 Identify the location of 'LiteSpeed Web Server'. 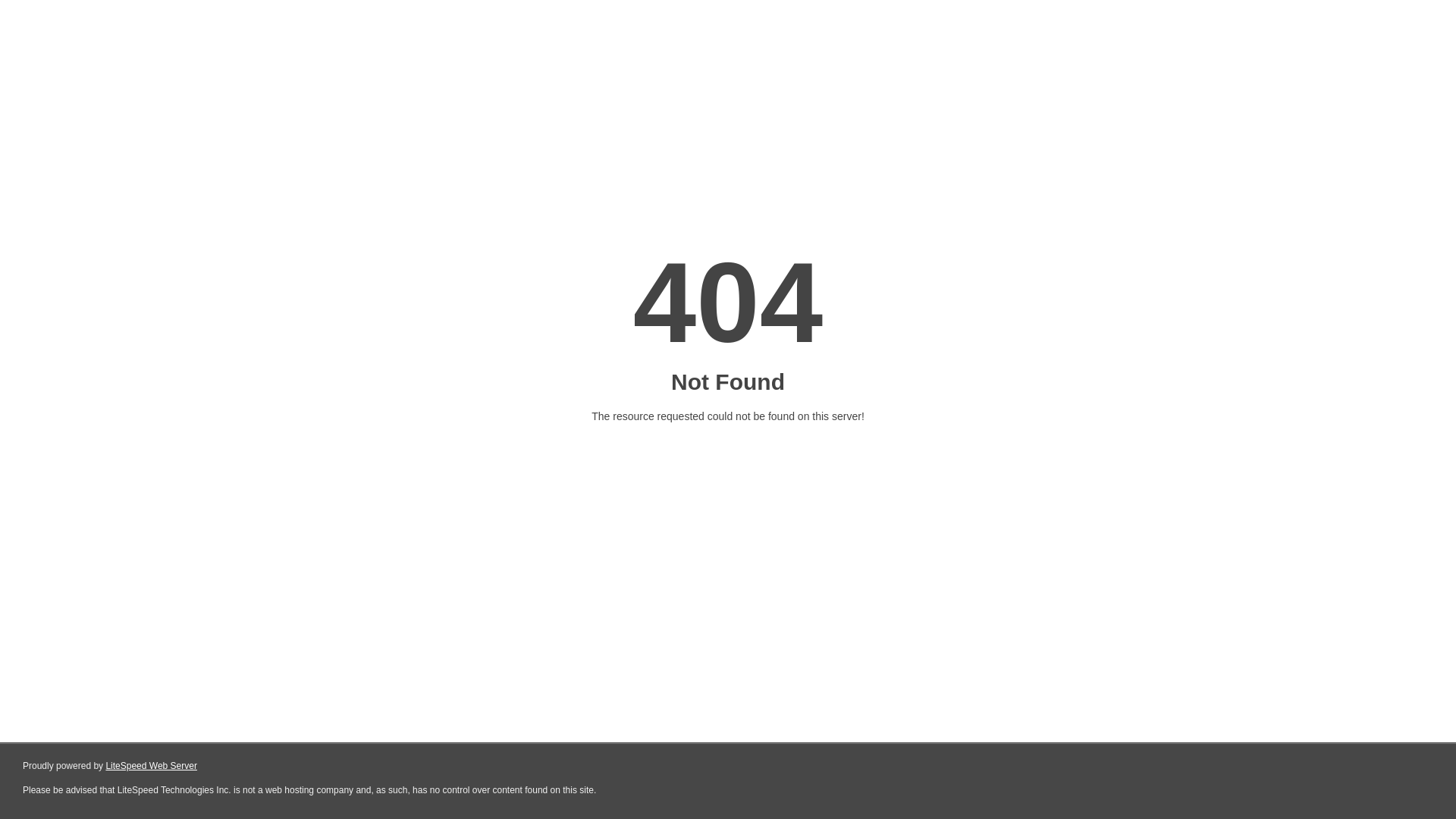
(151, 766).